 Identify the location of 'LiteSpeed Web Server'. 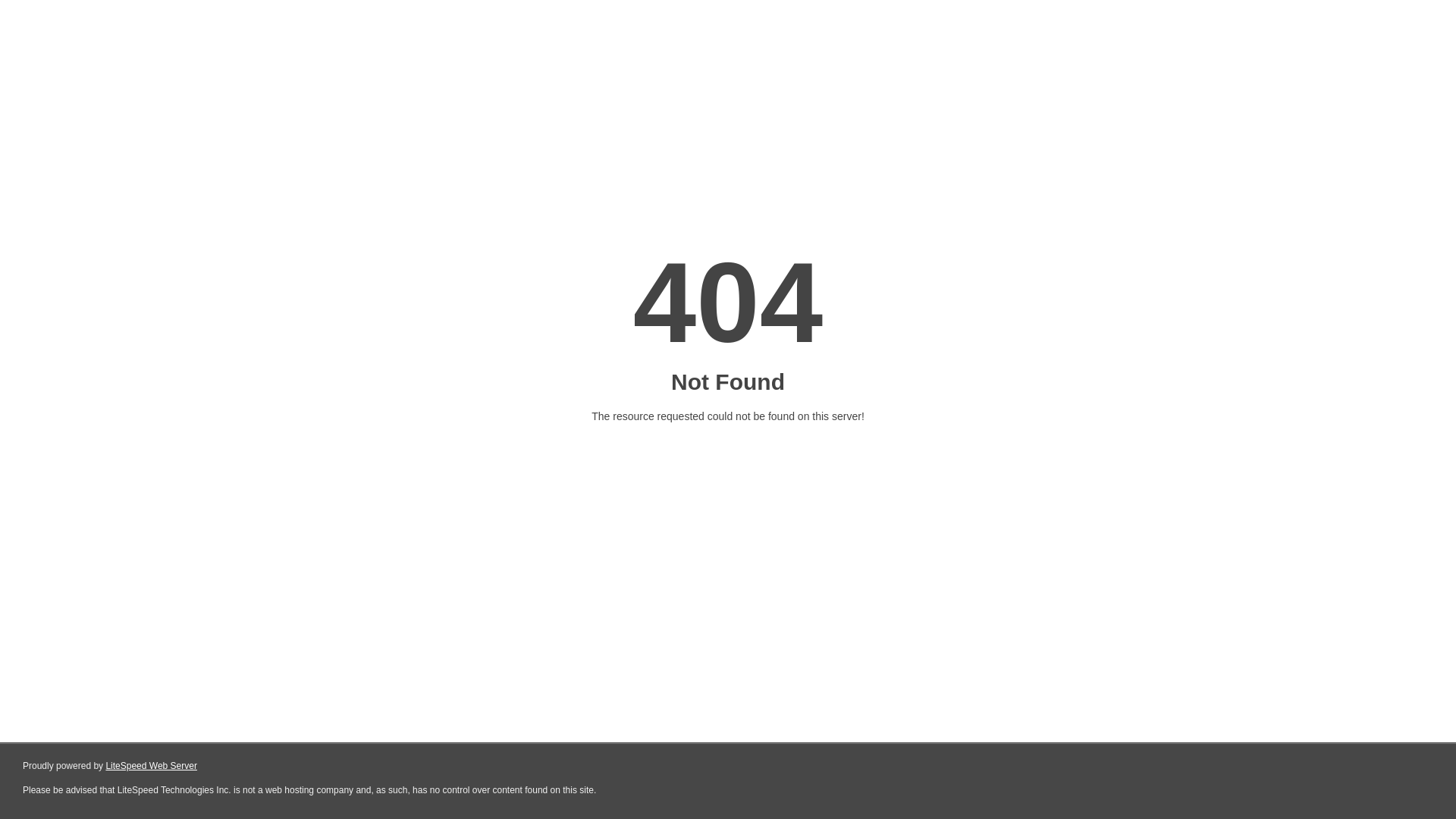
(151, 766).